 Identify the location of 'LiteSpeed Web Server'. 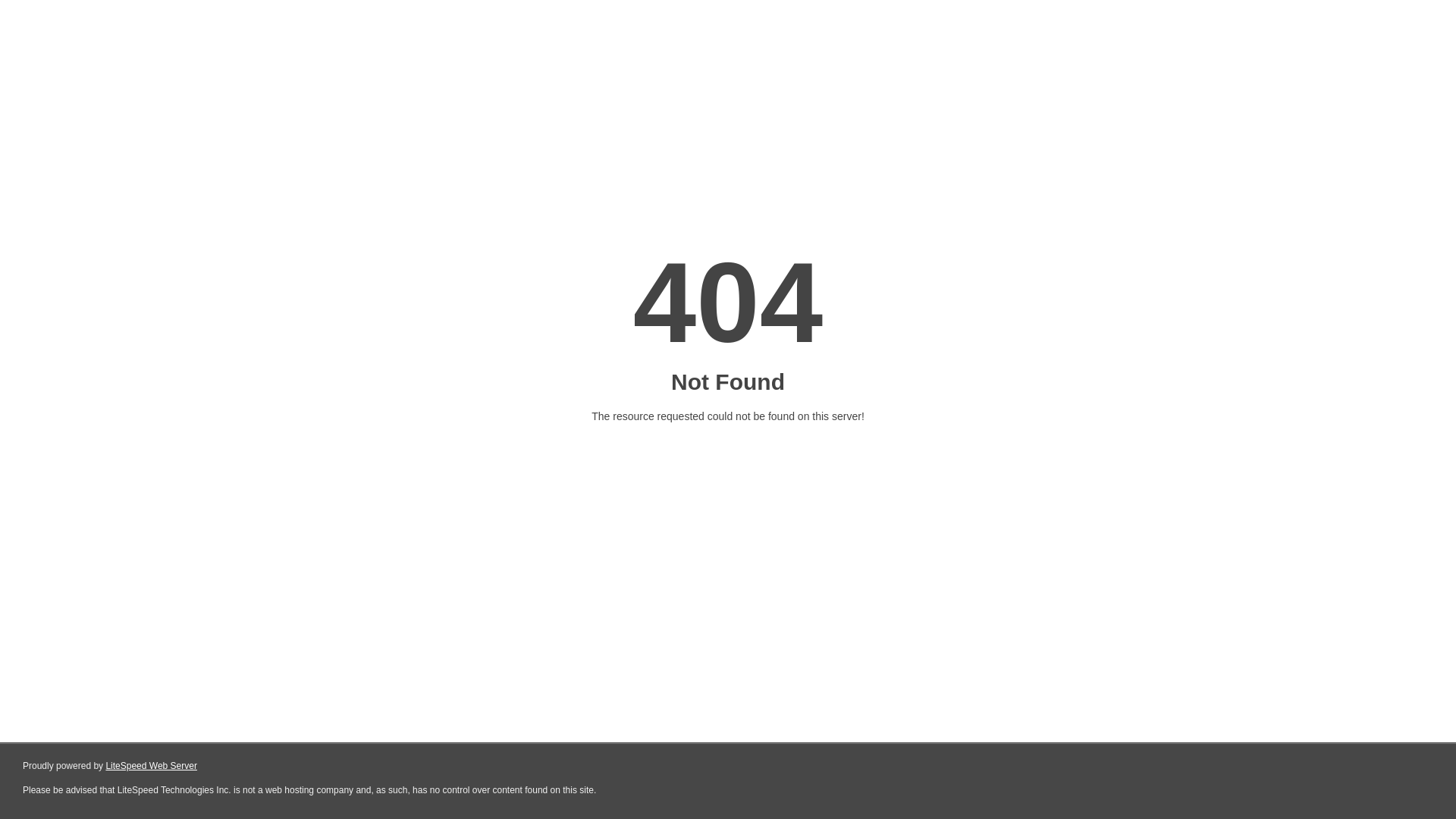
(151, 766).